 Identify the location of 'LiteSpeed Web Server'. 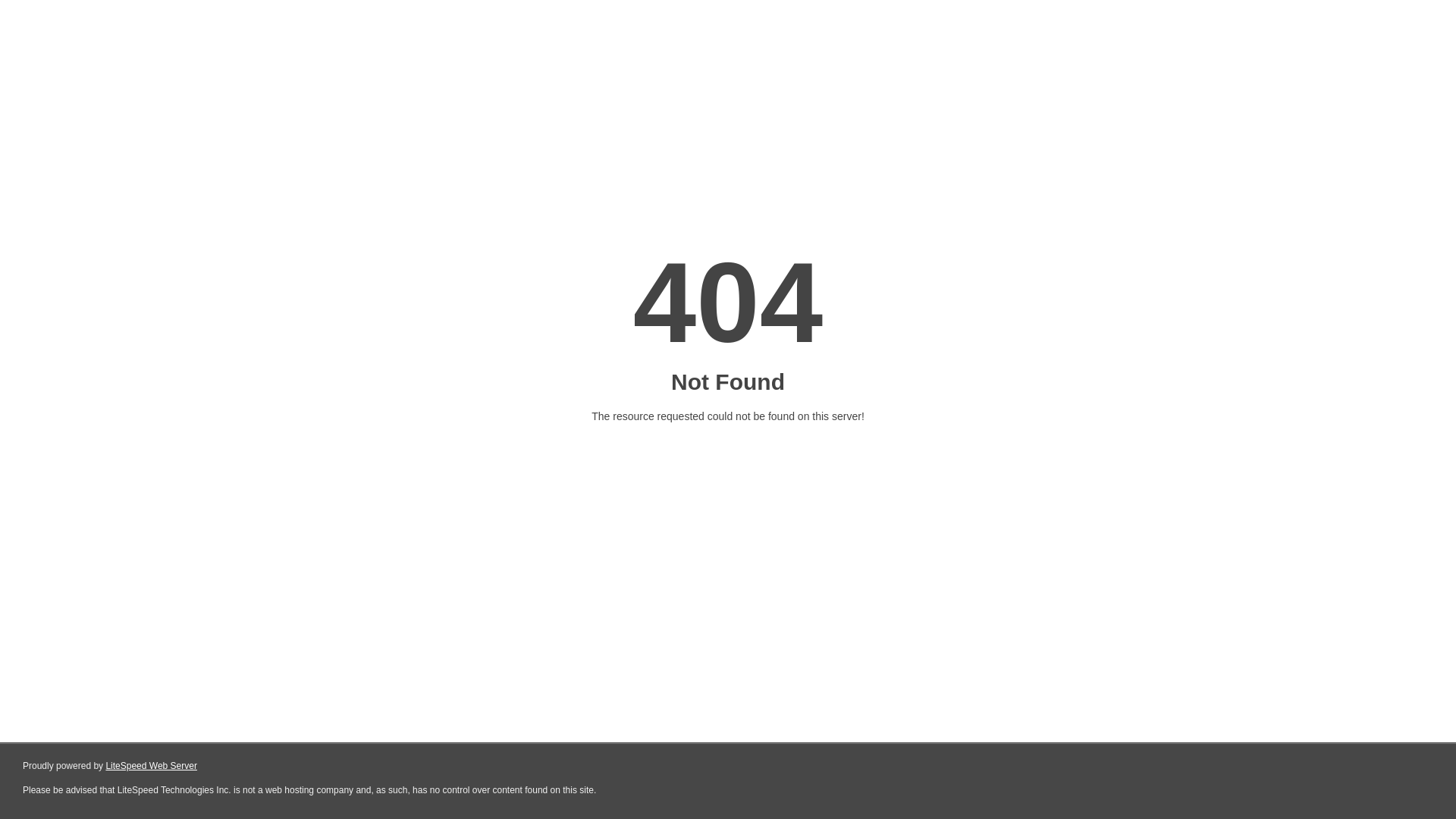
(151, 766).